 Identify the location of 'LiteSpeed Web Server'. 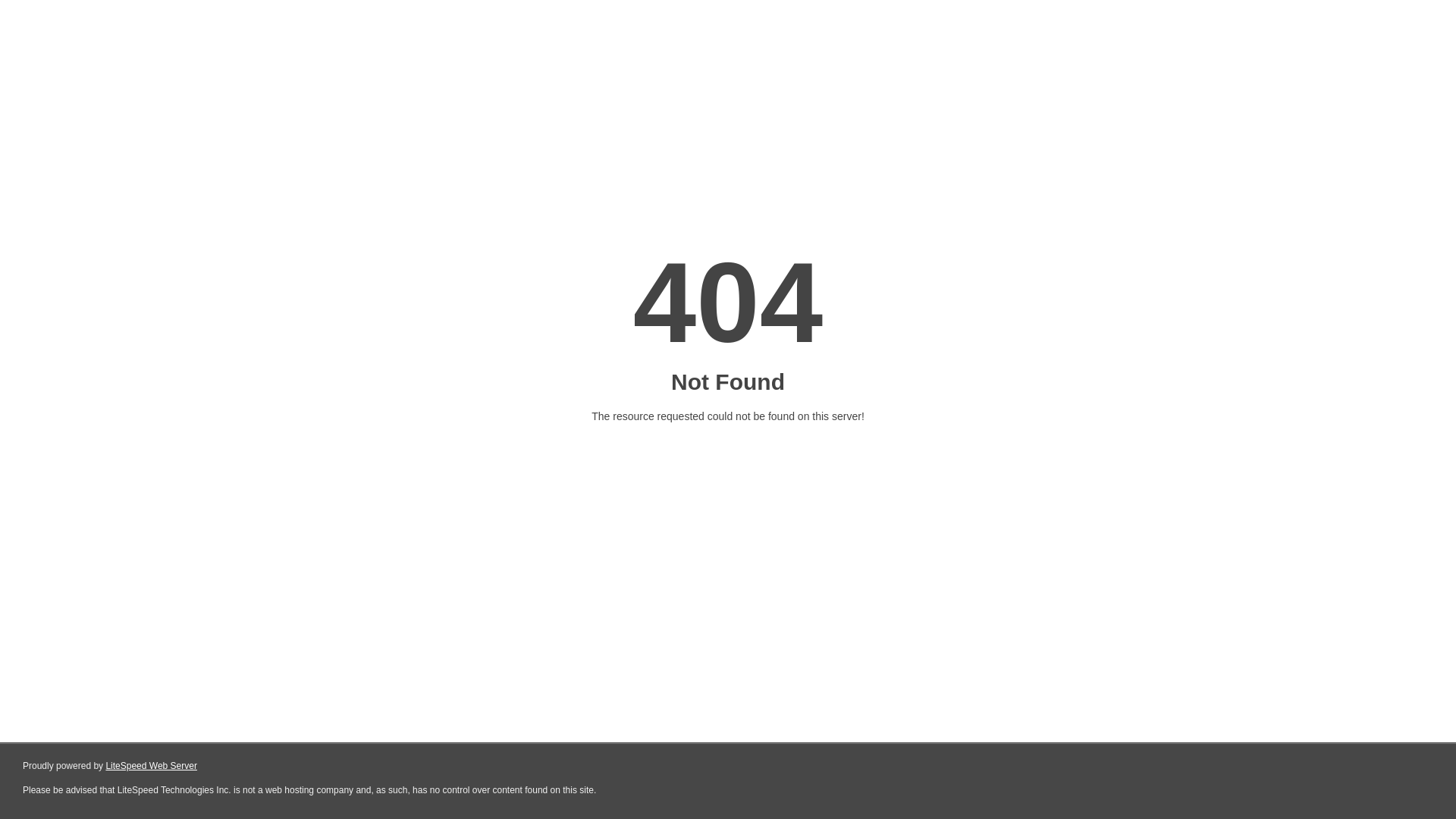
(151, 766).